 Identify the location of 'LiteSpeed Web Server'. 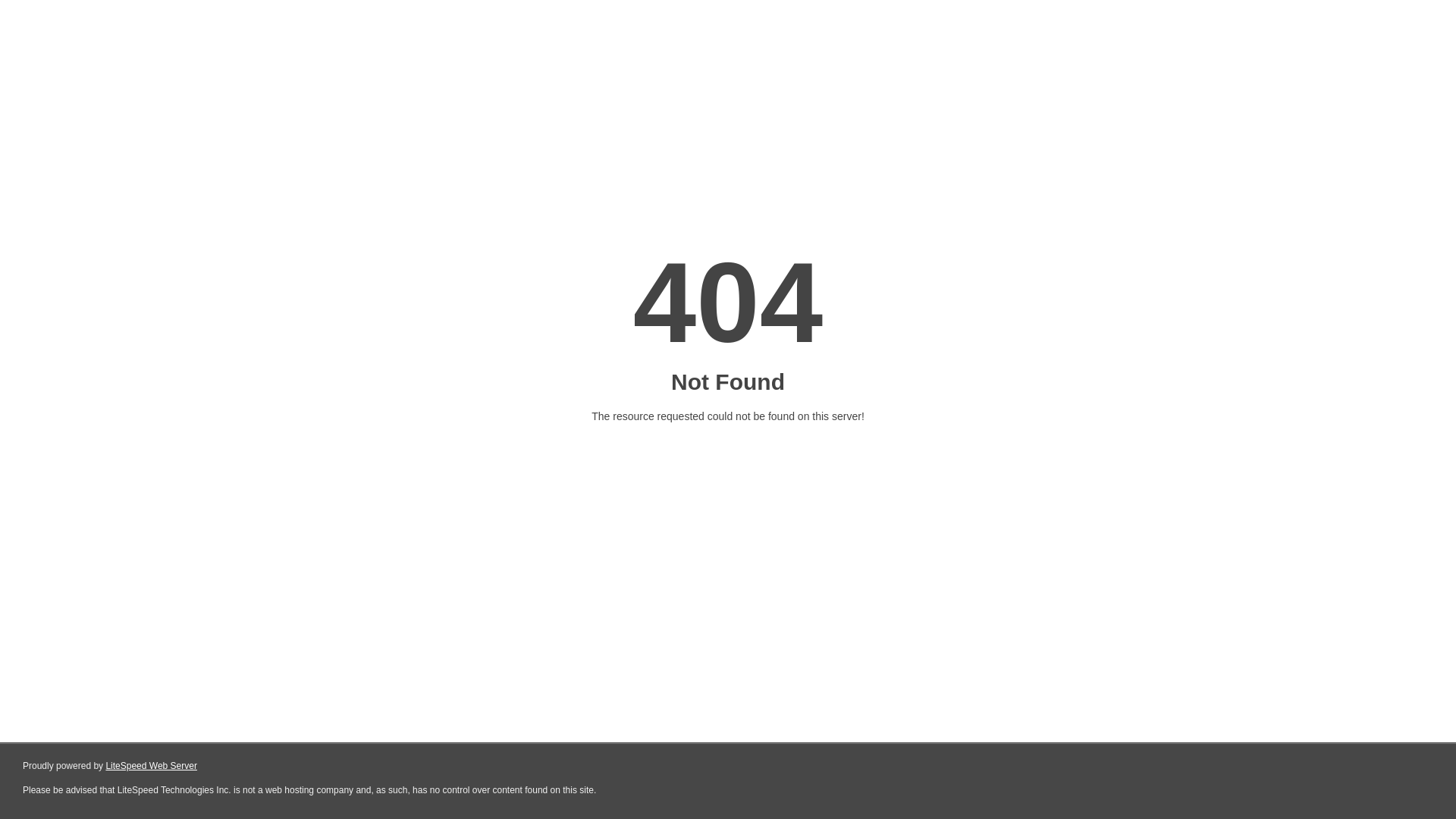
(151, 766).